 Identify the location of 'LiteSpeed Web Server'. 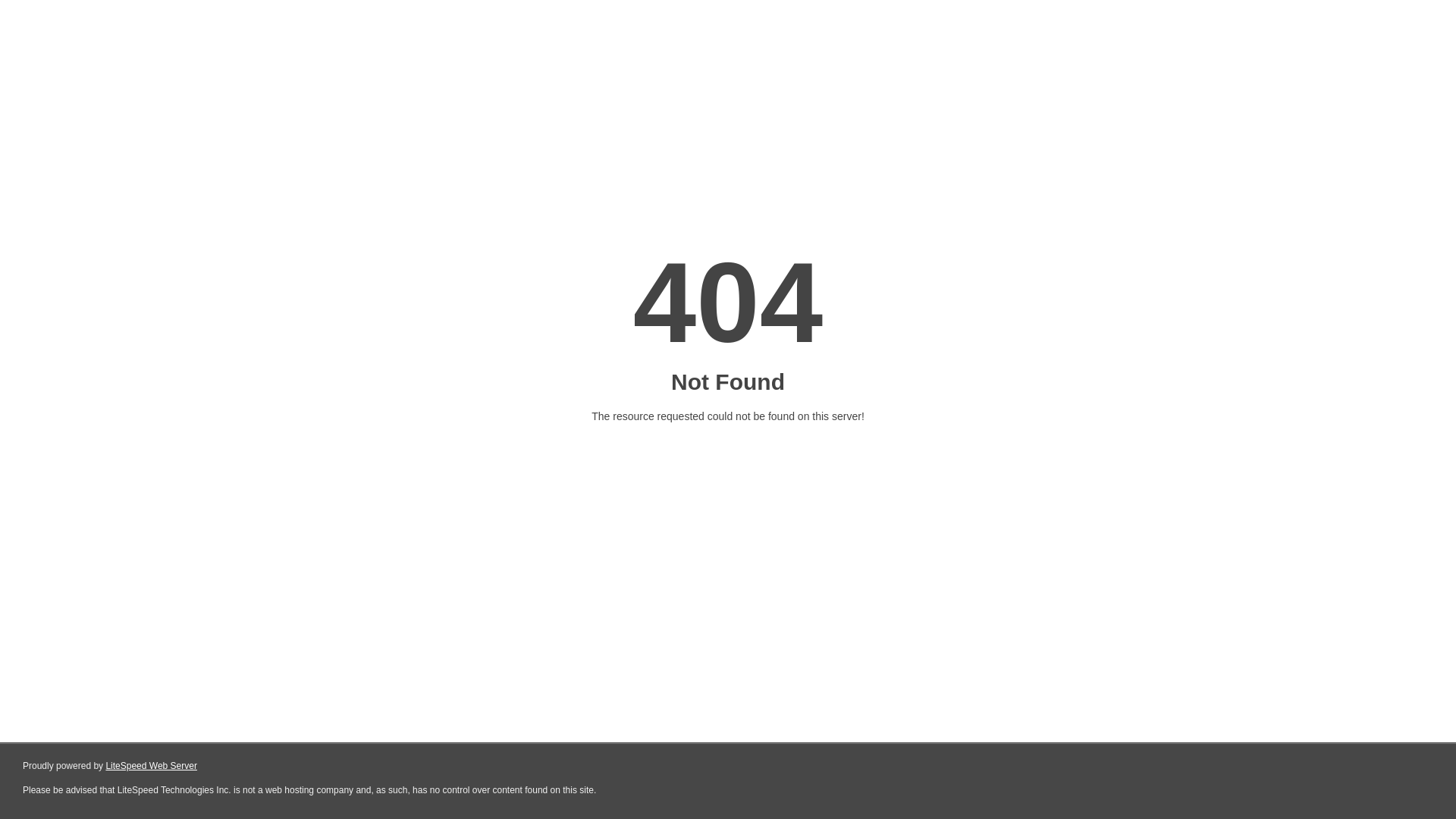
(151, 766).